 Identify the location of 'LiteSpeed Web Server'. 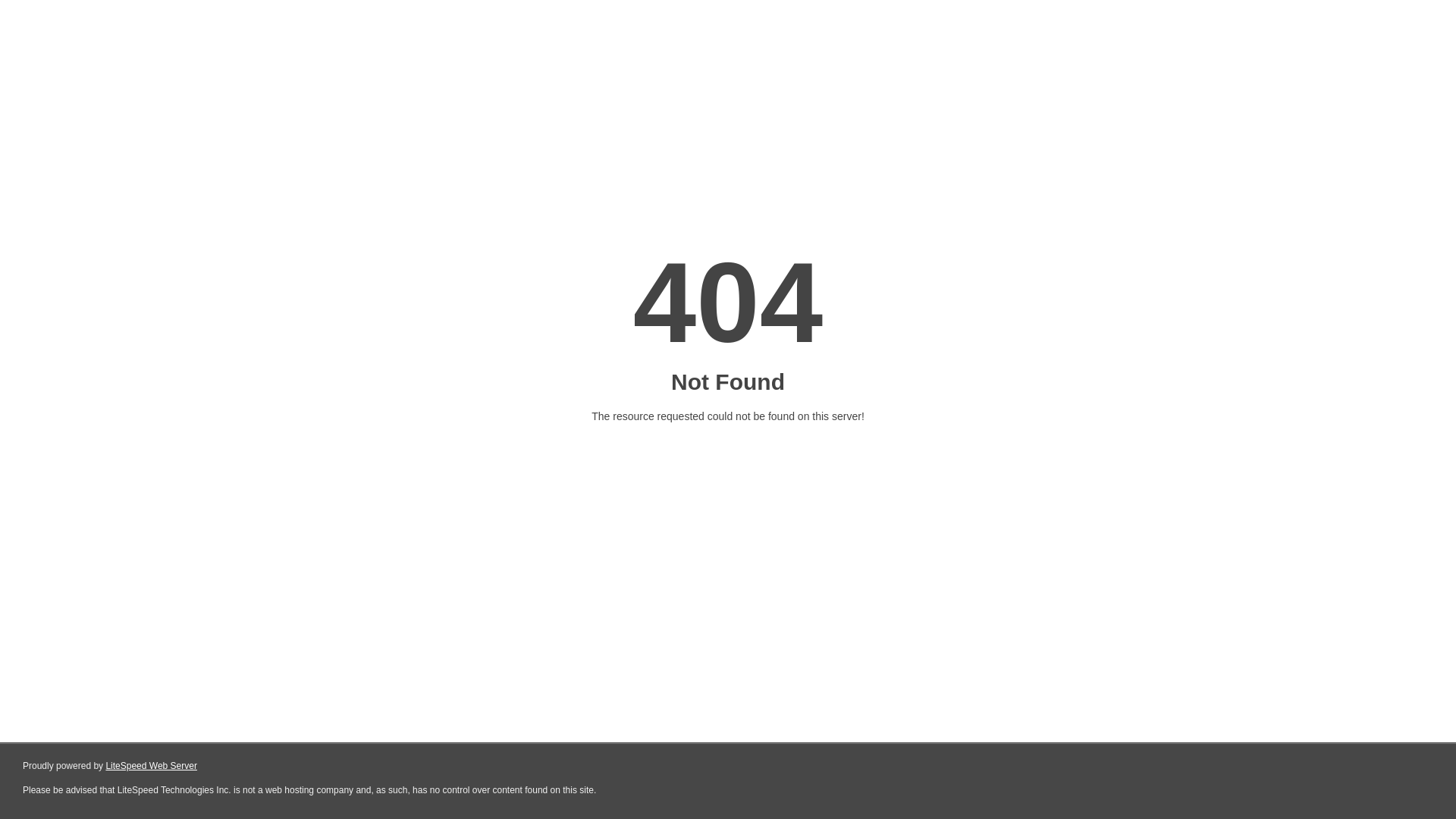
(151, 766).